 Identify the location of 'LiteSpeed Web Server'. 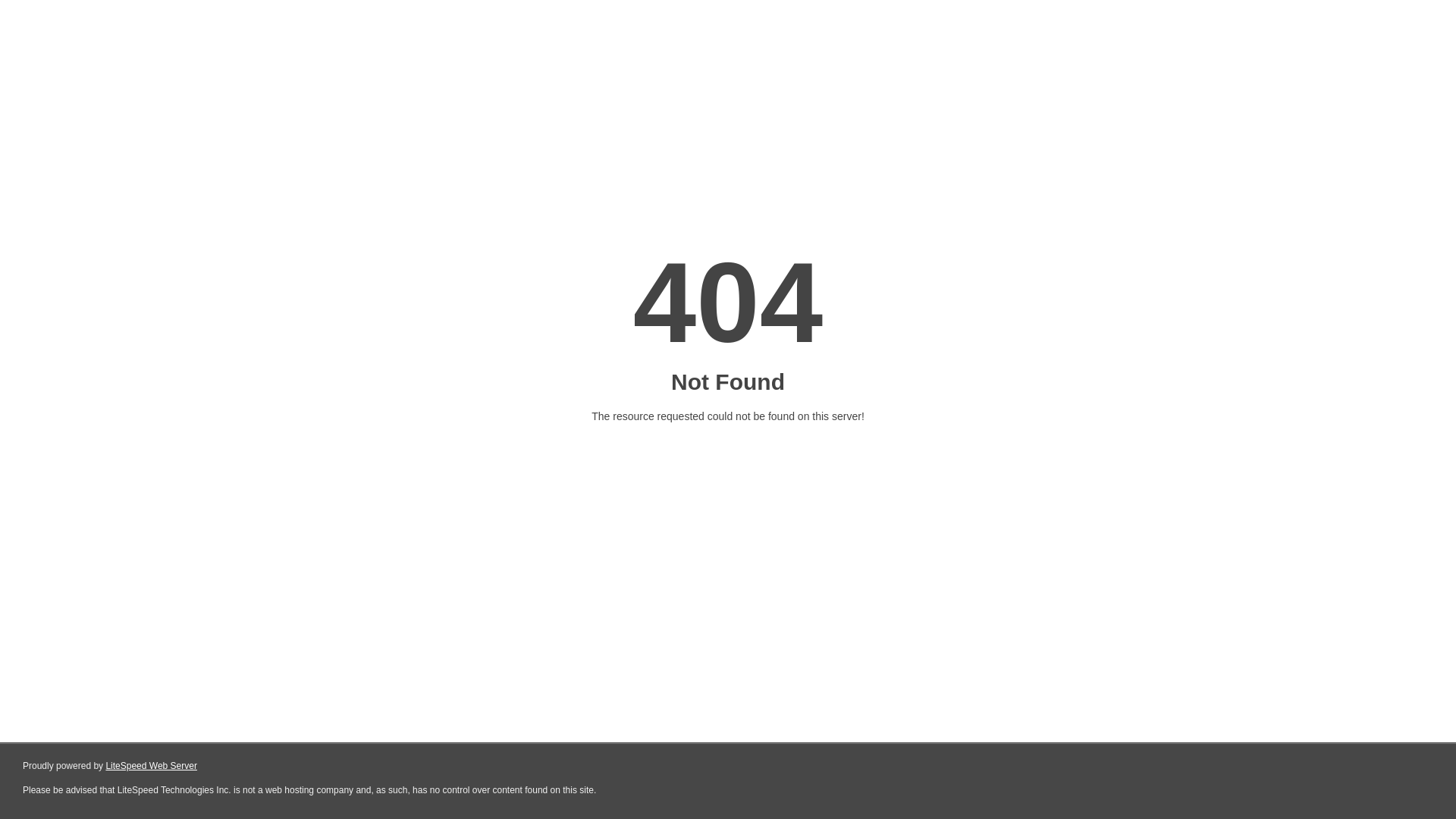
(151, 766).